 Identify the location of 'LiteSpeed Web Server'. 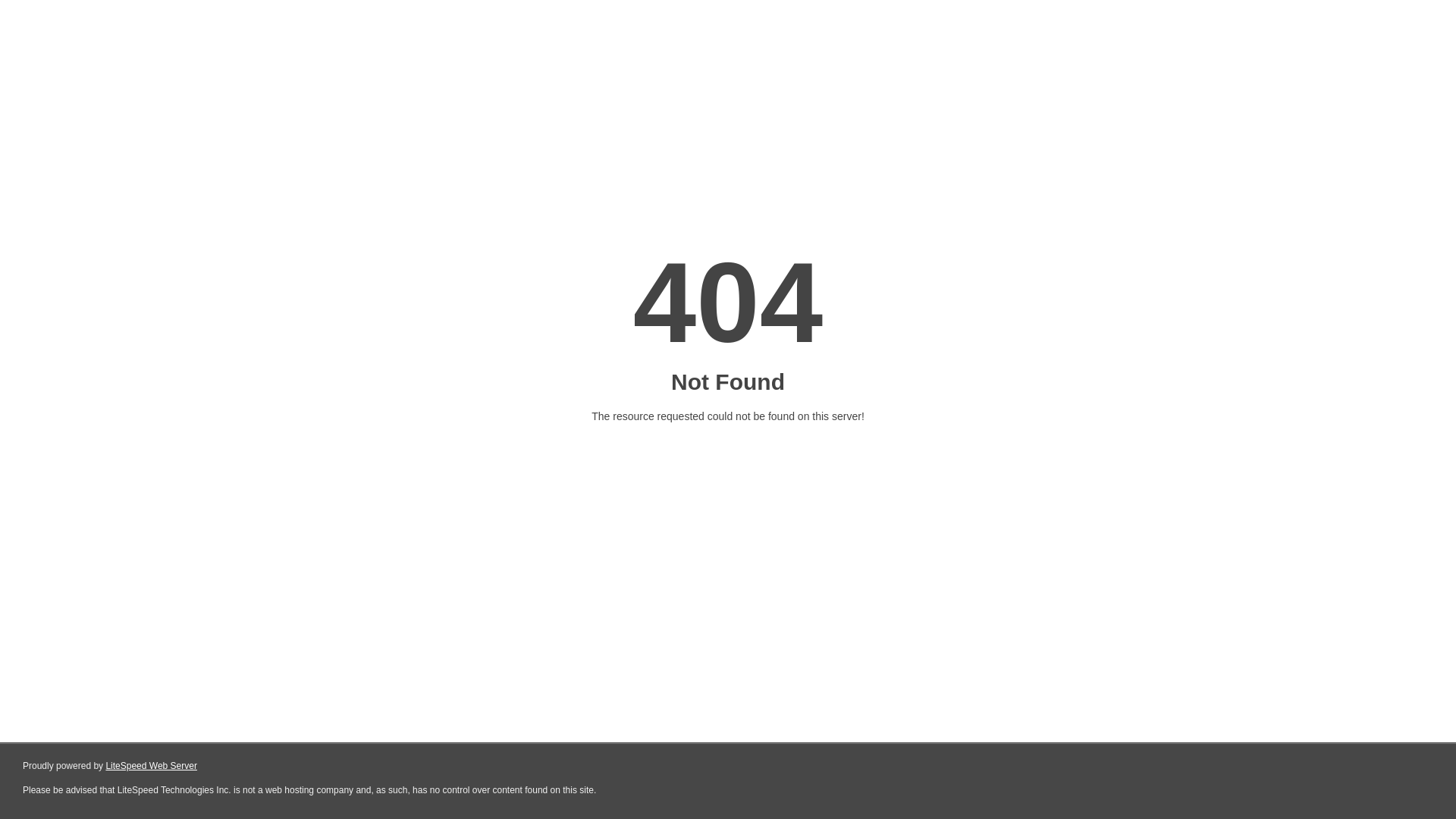
(151, 766).